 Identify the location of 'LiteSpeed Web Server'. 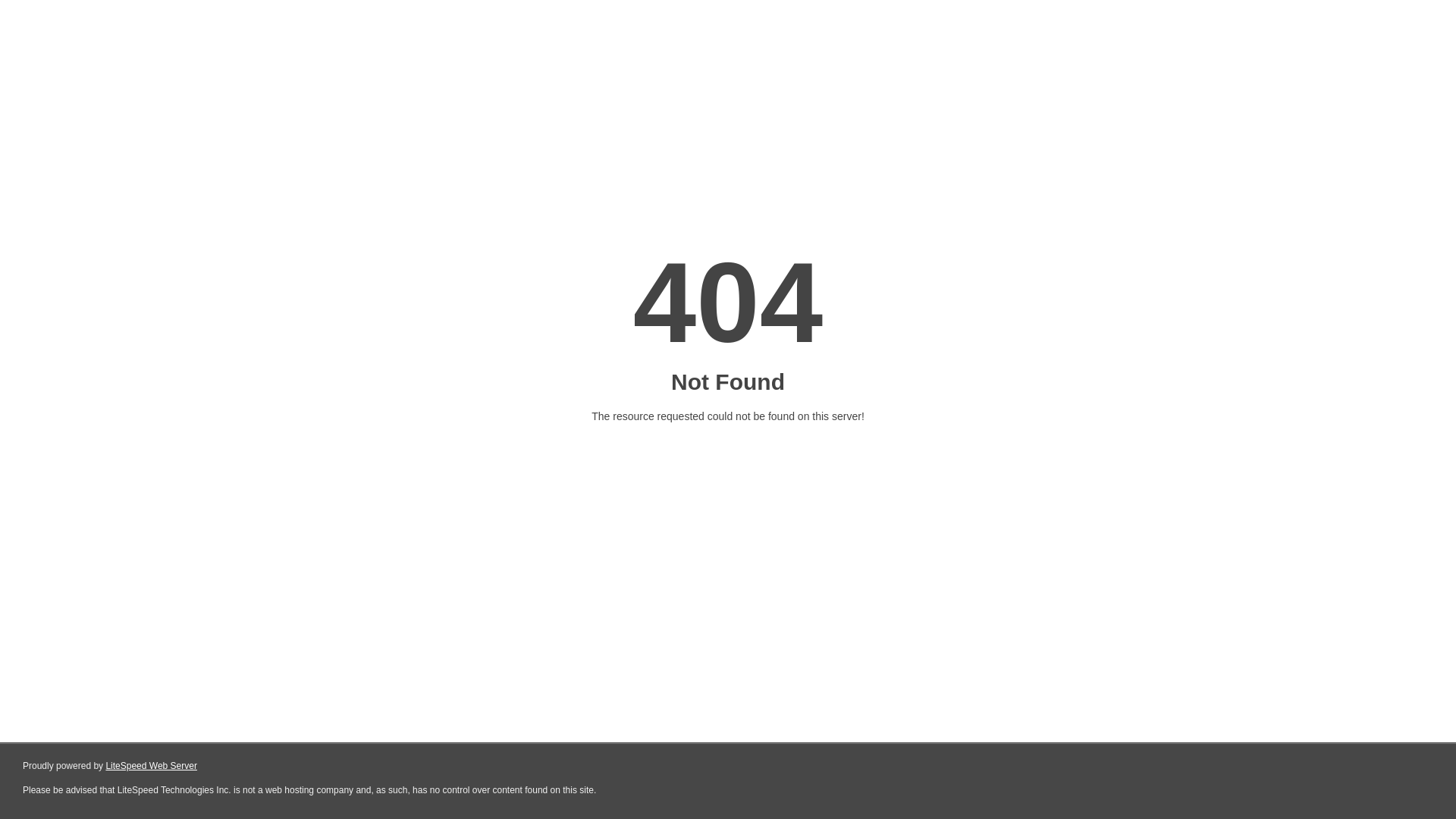
(151, 766).